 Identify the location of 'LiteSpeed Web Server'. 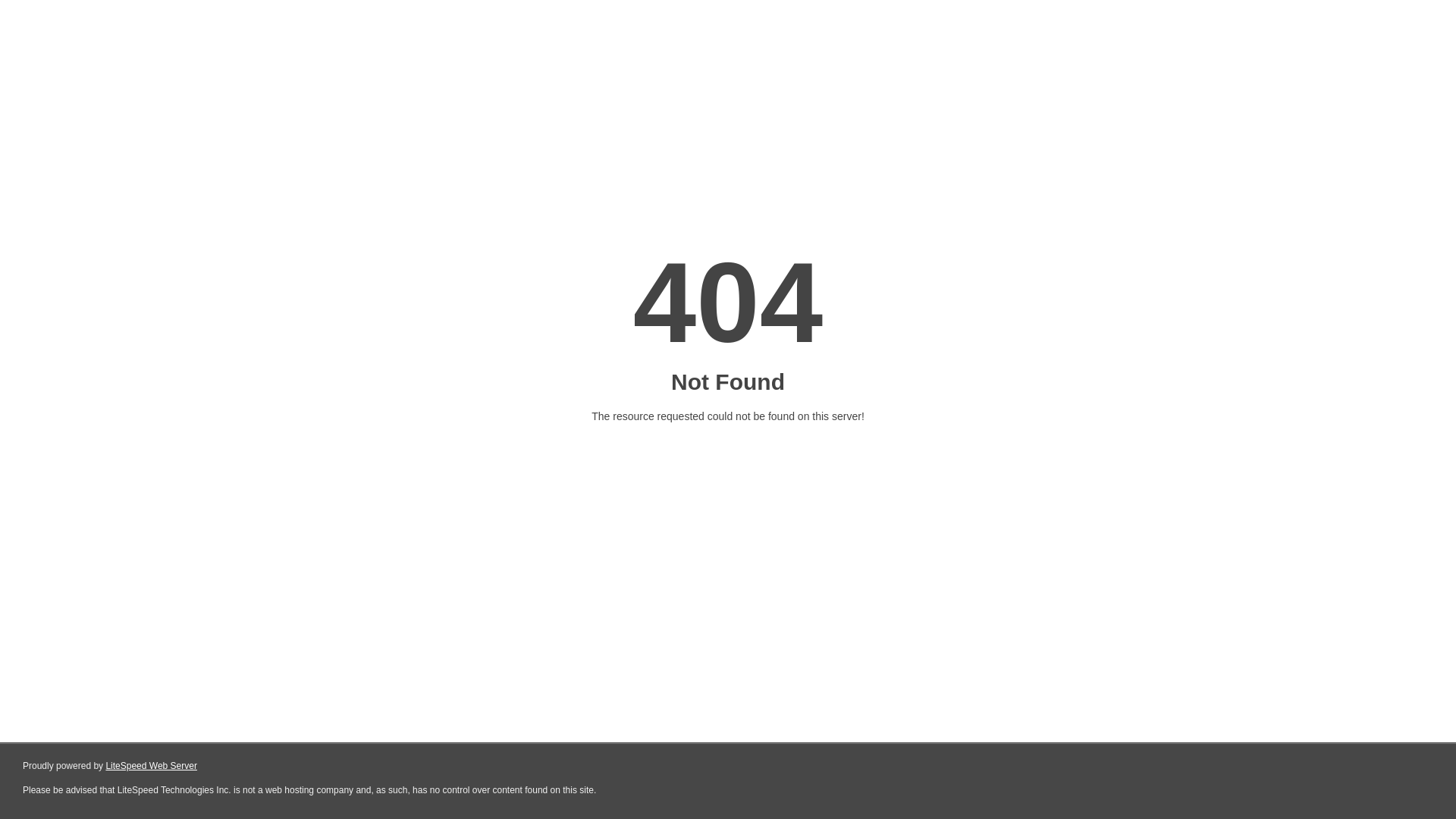
(151, 766).